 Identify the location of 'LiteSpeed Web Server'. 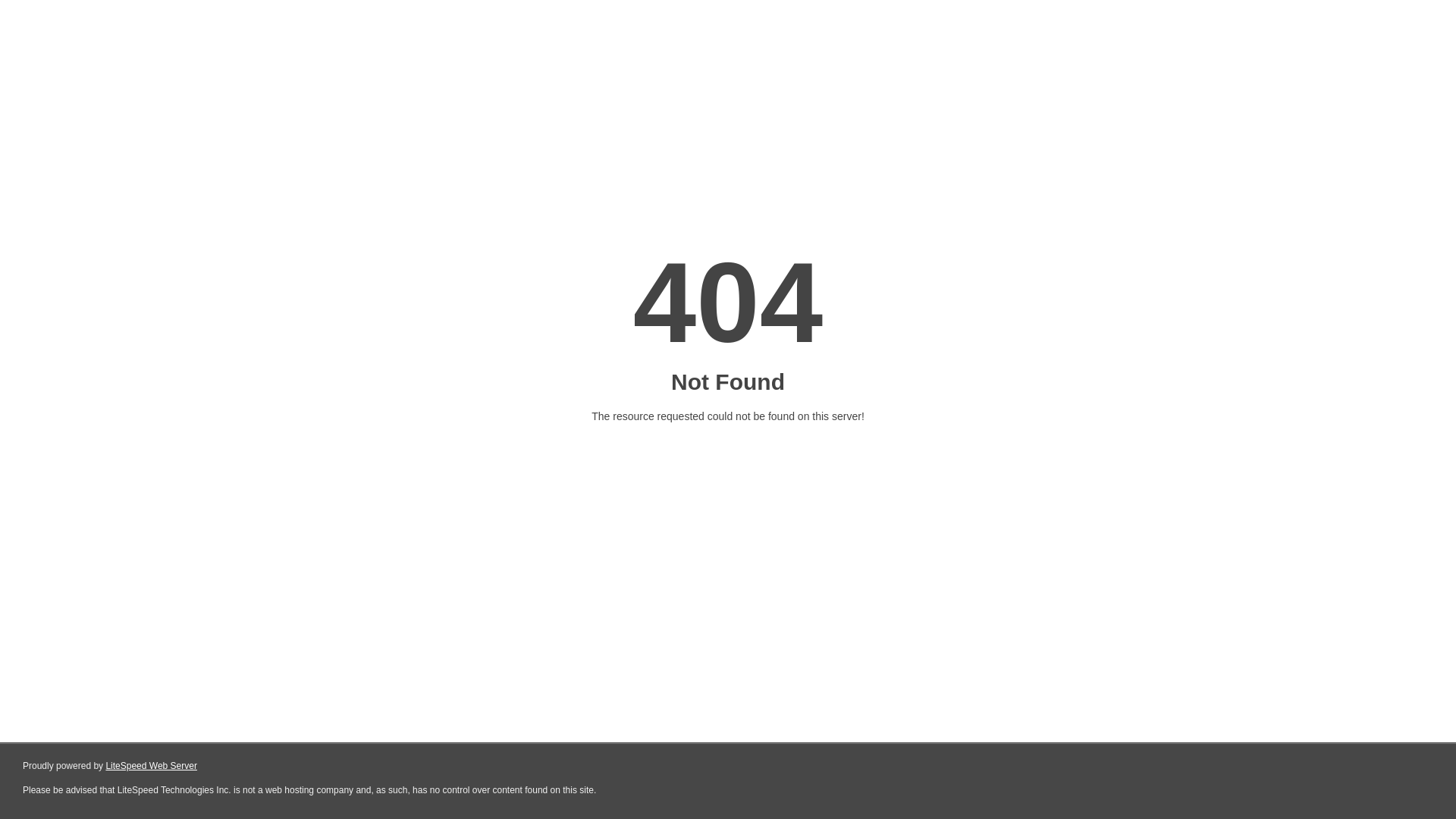
(151, 766).